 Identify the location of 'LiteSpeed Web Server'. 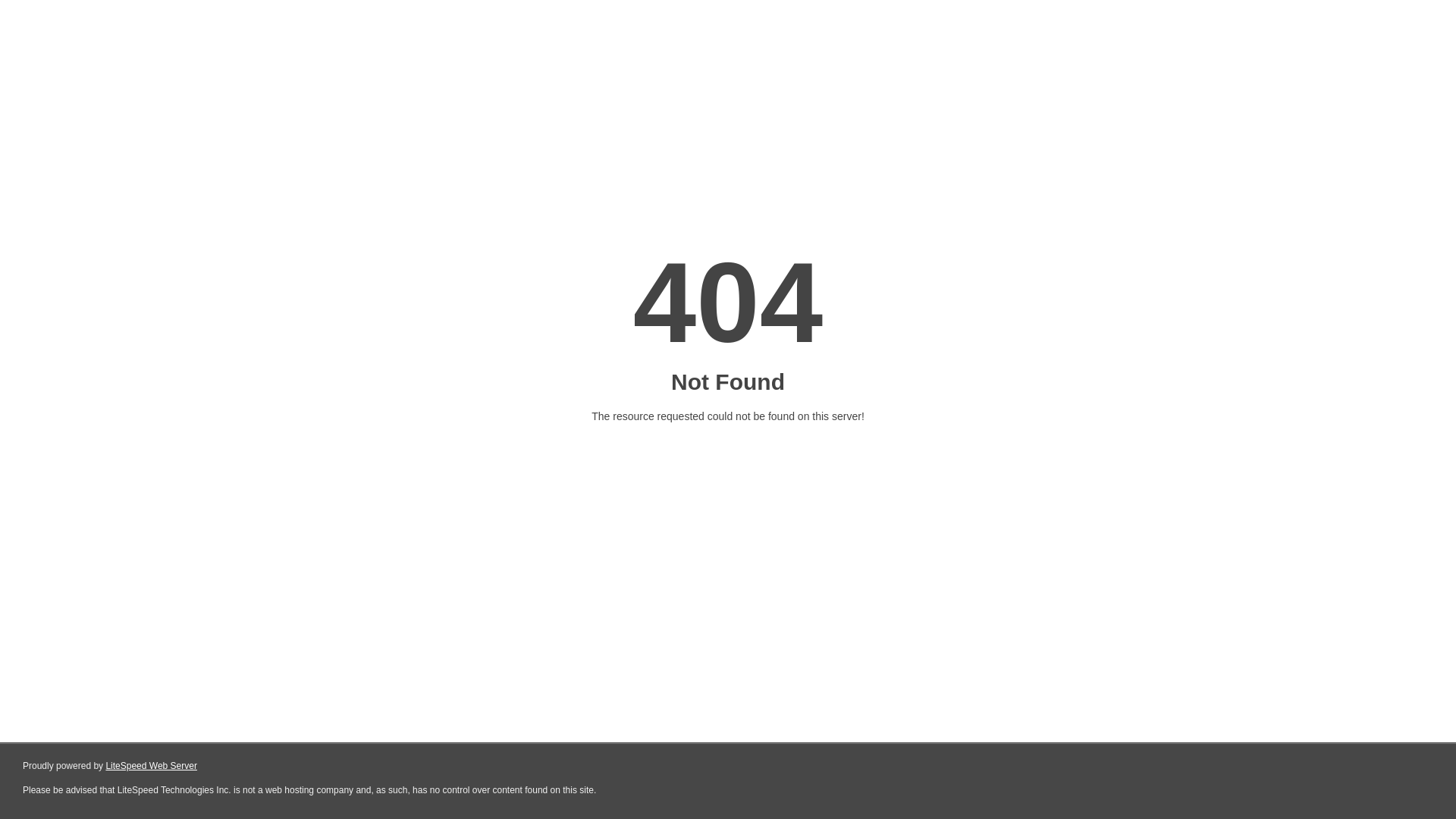
(151, 766).